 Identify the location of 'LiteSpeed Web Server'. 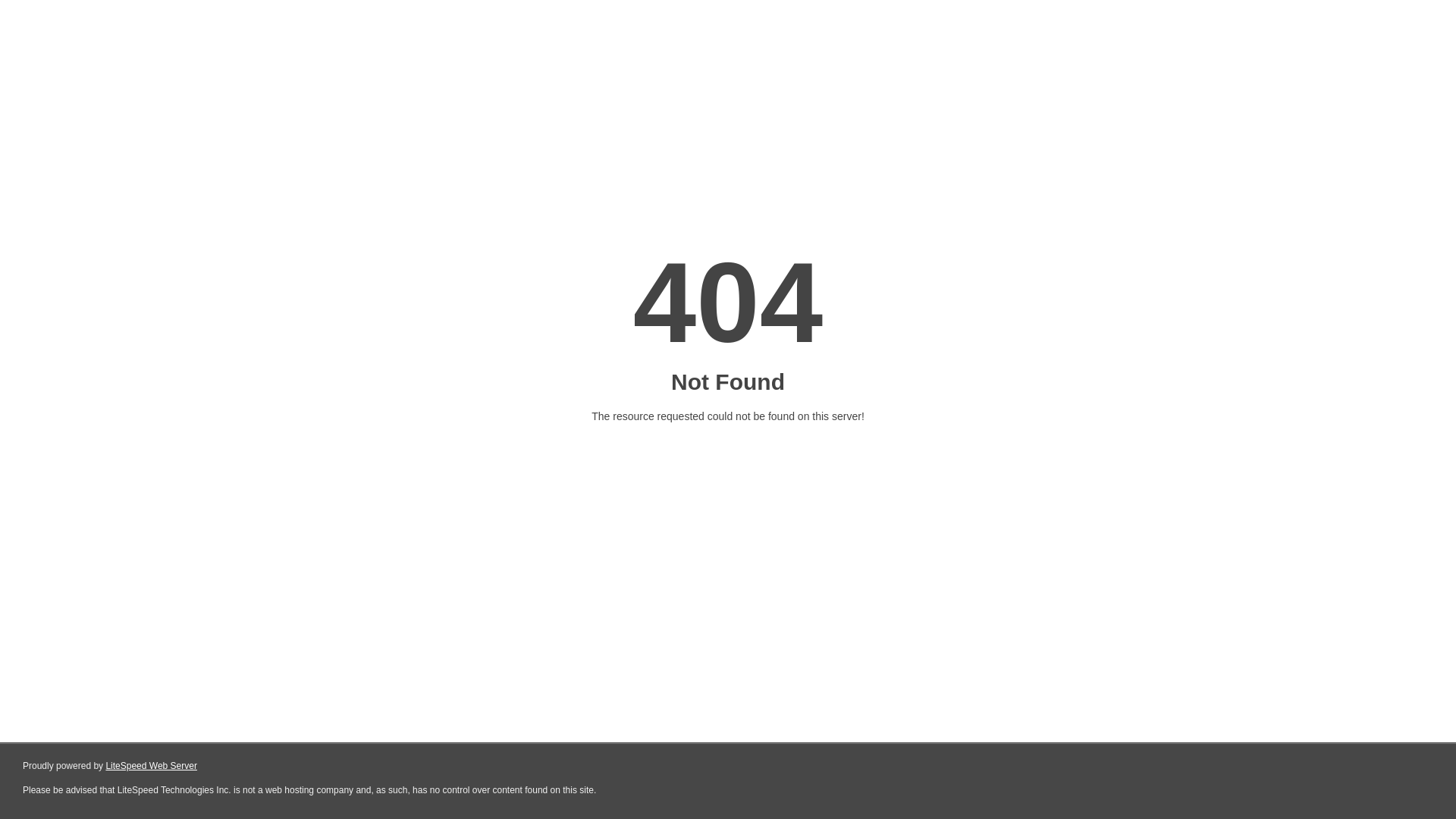
(151, 766).